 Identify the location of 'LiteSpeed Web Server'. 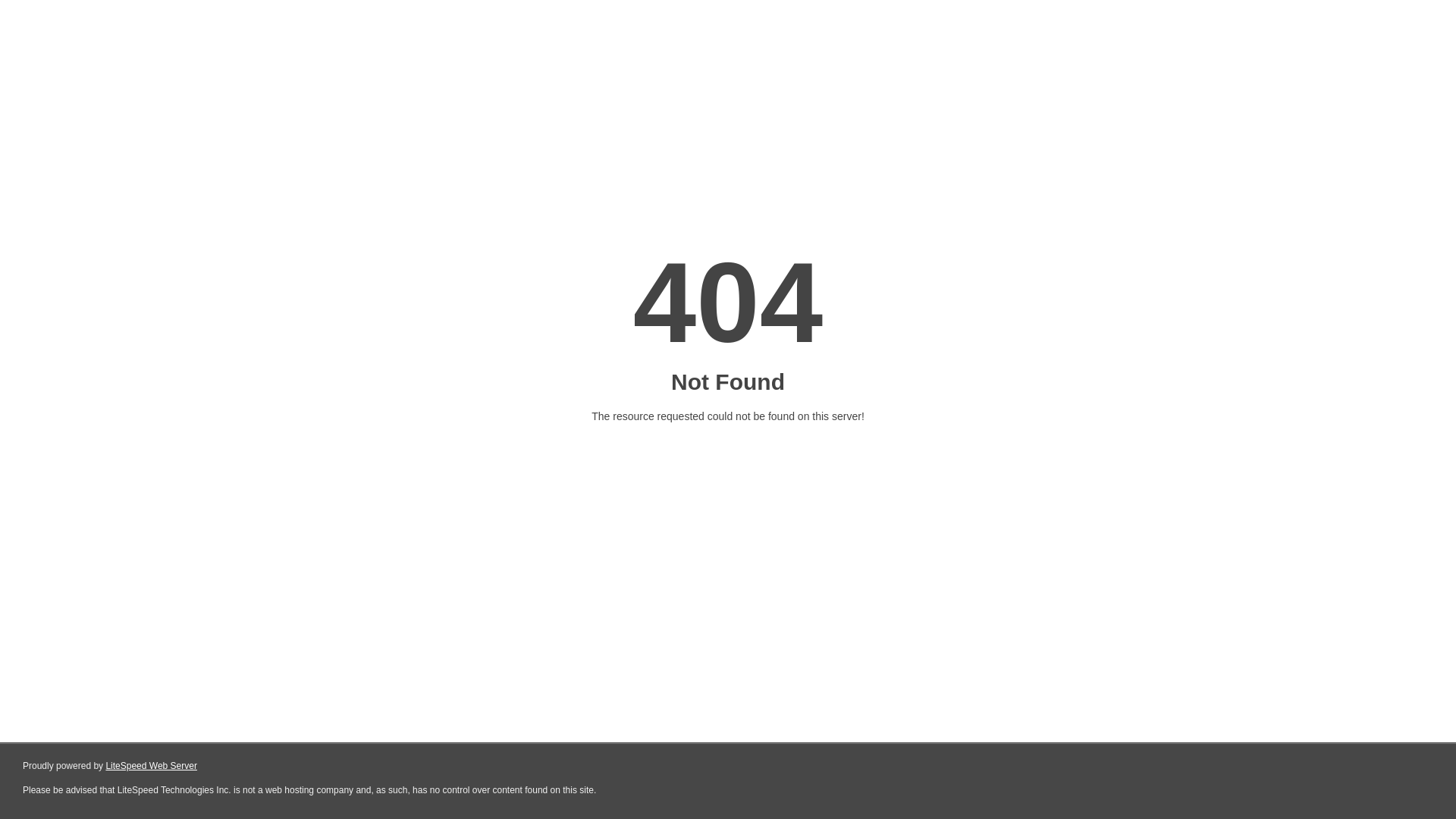
(151, 766).